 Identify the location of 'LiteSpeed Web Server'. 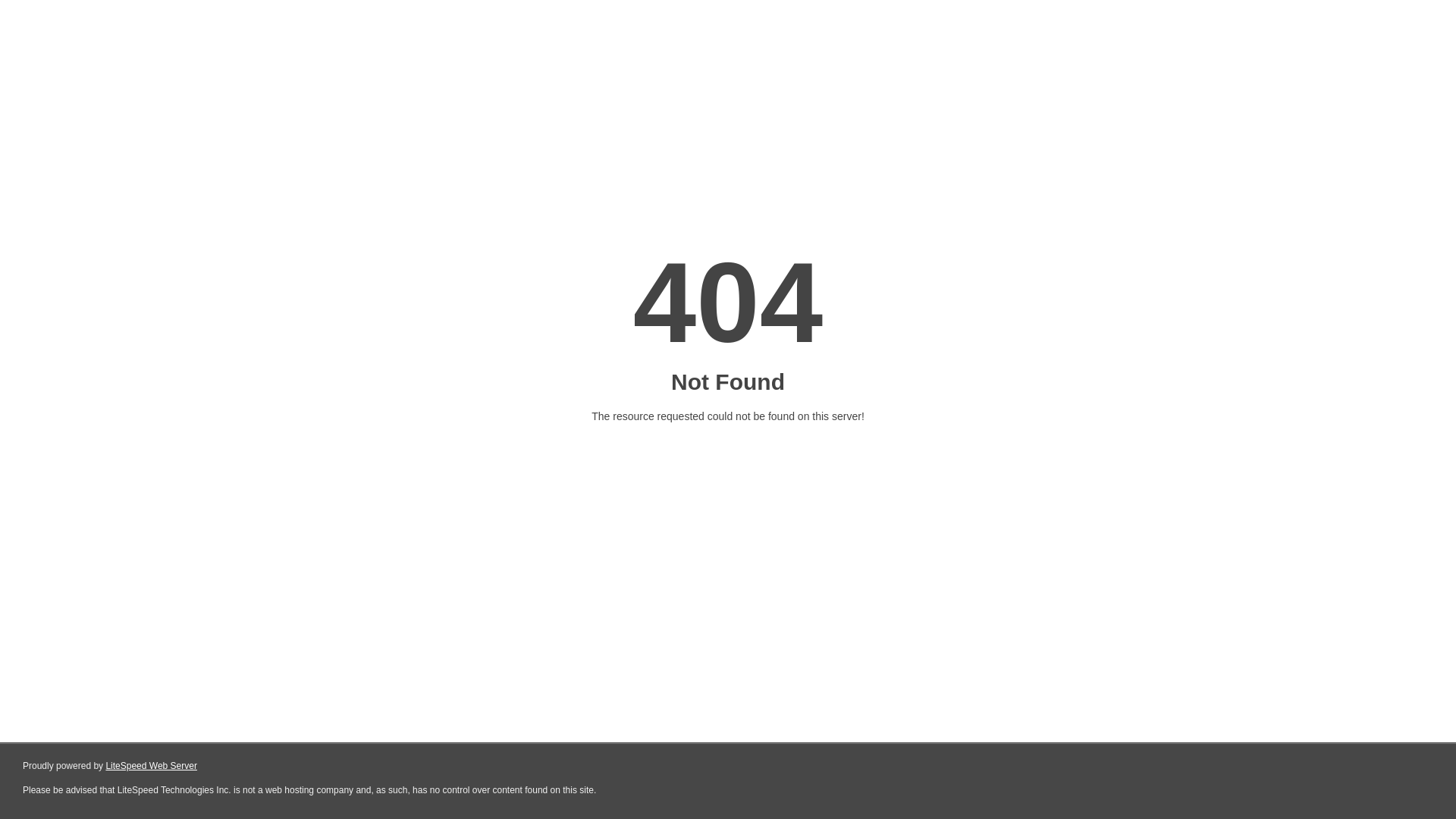
(151, 766).